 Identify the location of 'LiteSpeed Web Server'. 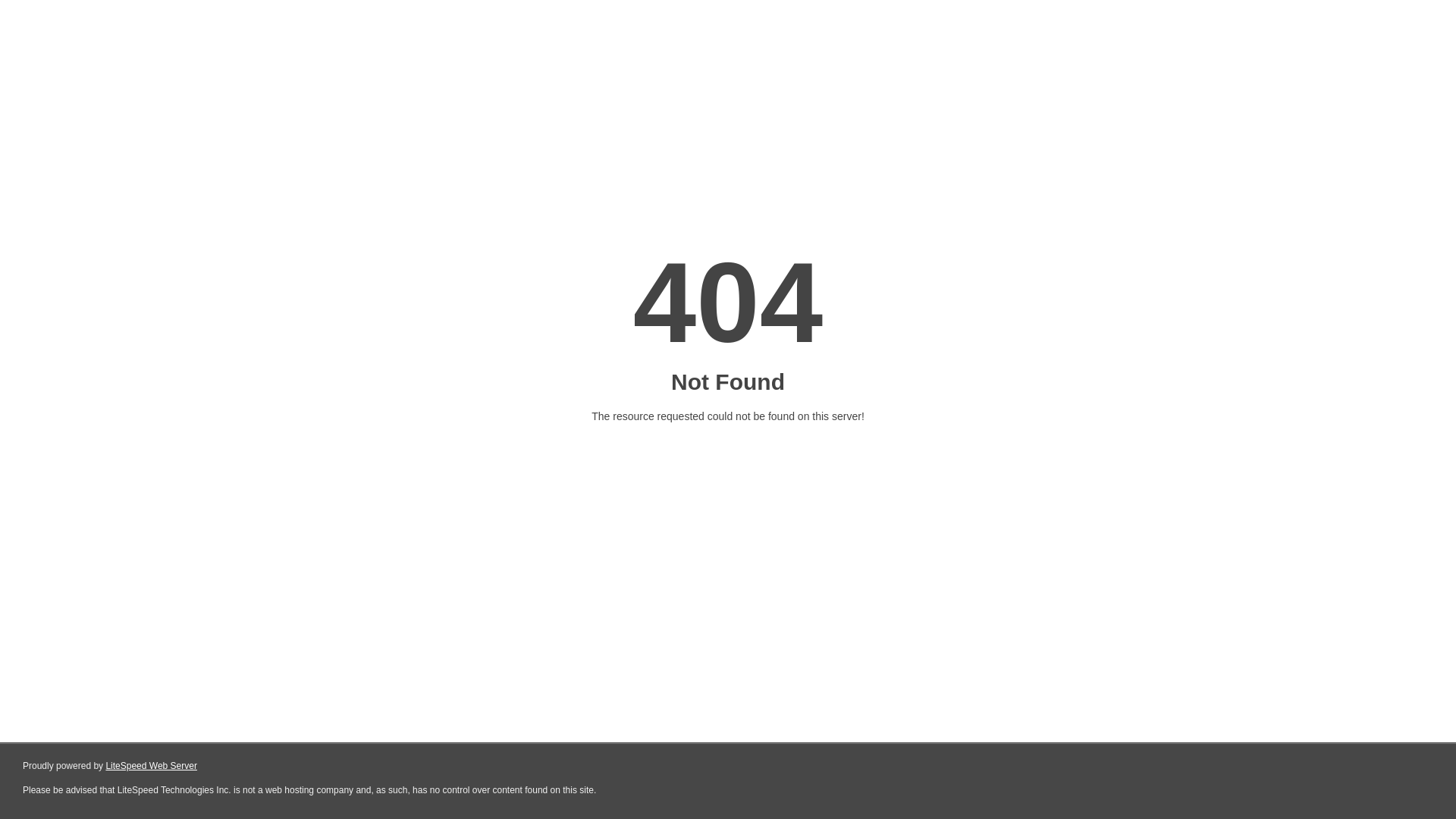
(151, 766).